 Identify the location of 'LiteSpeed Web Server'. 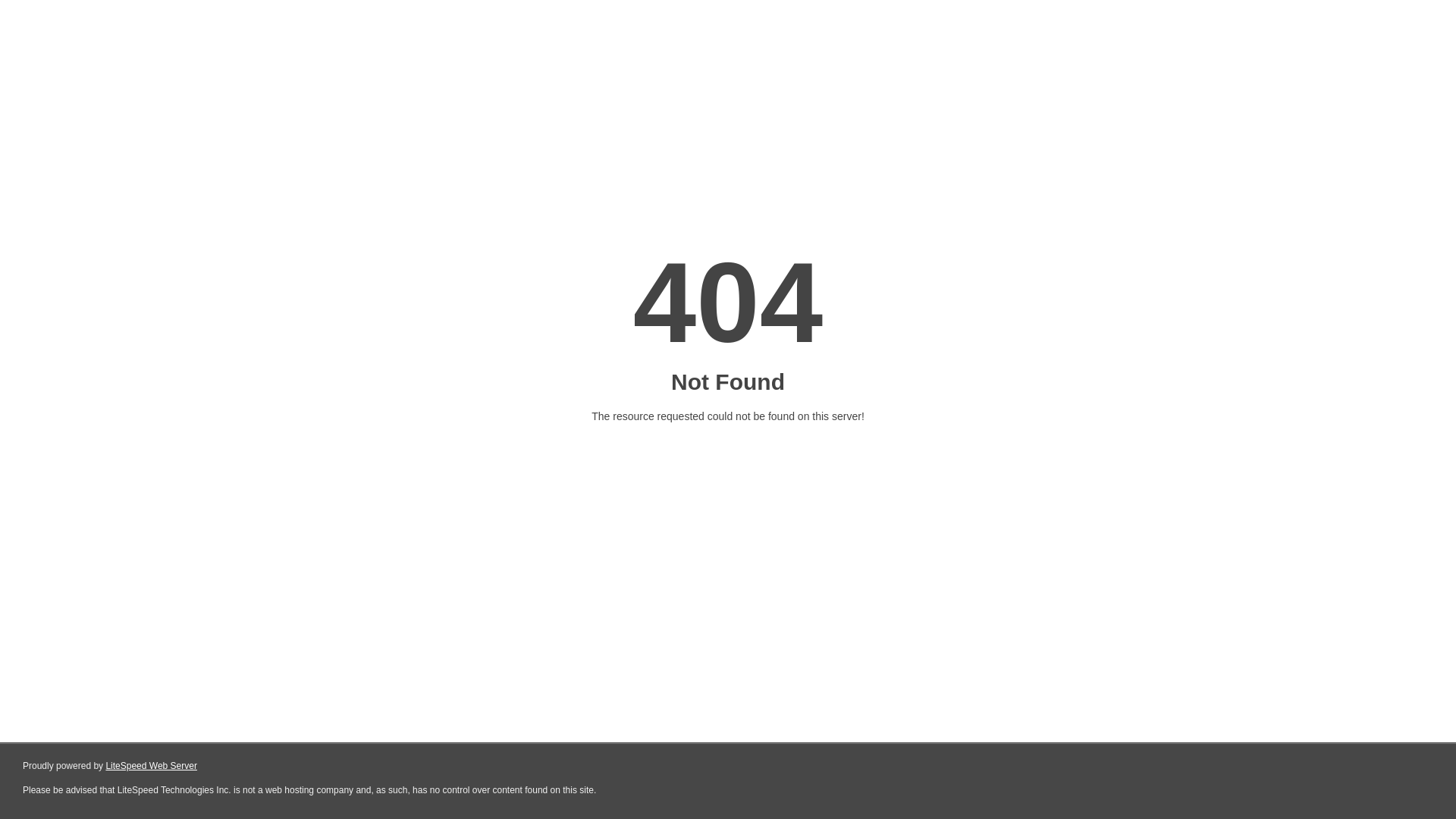
(151, 766).